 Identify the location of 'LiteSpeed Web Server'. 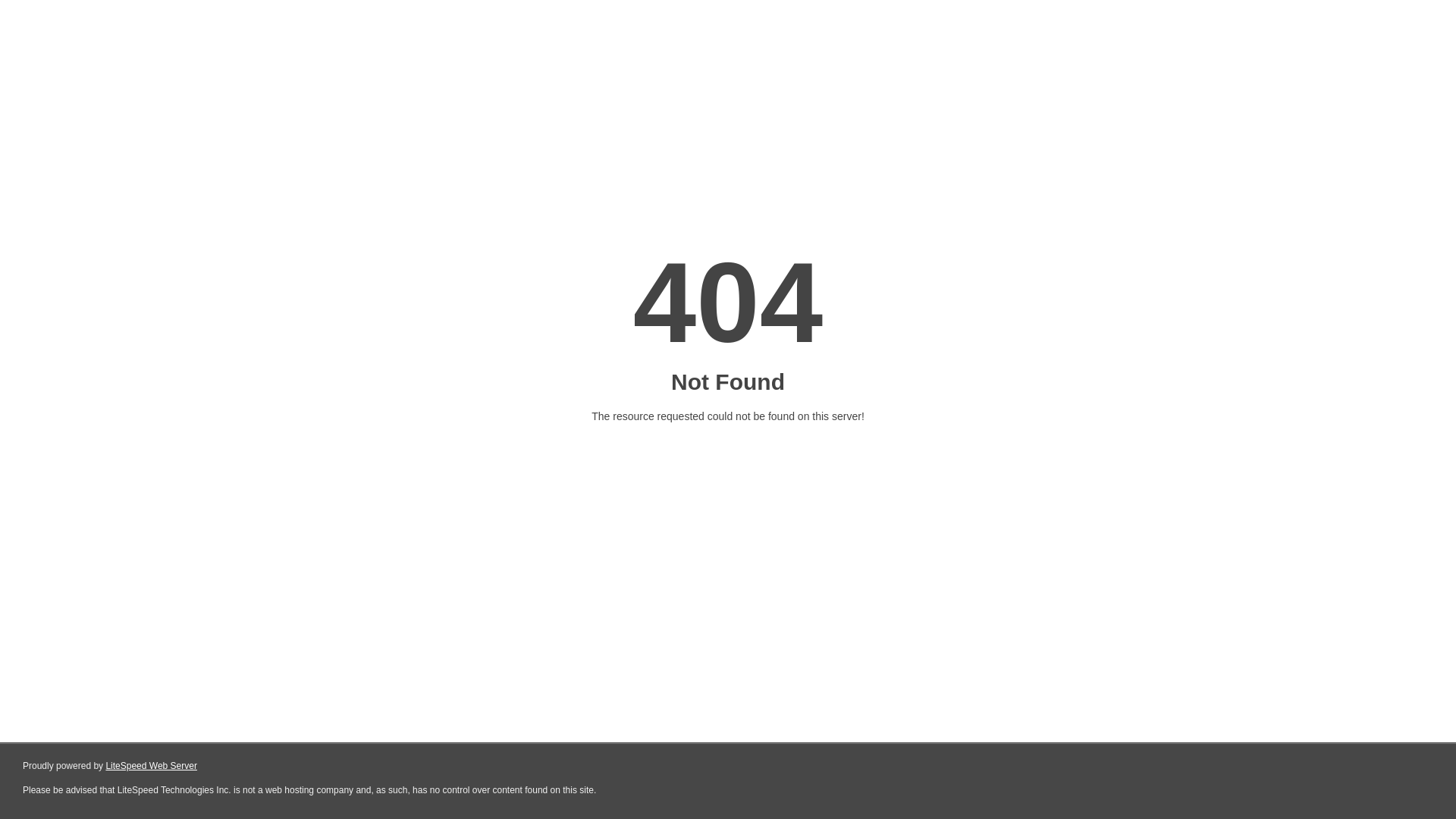
(151, 766).